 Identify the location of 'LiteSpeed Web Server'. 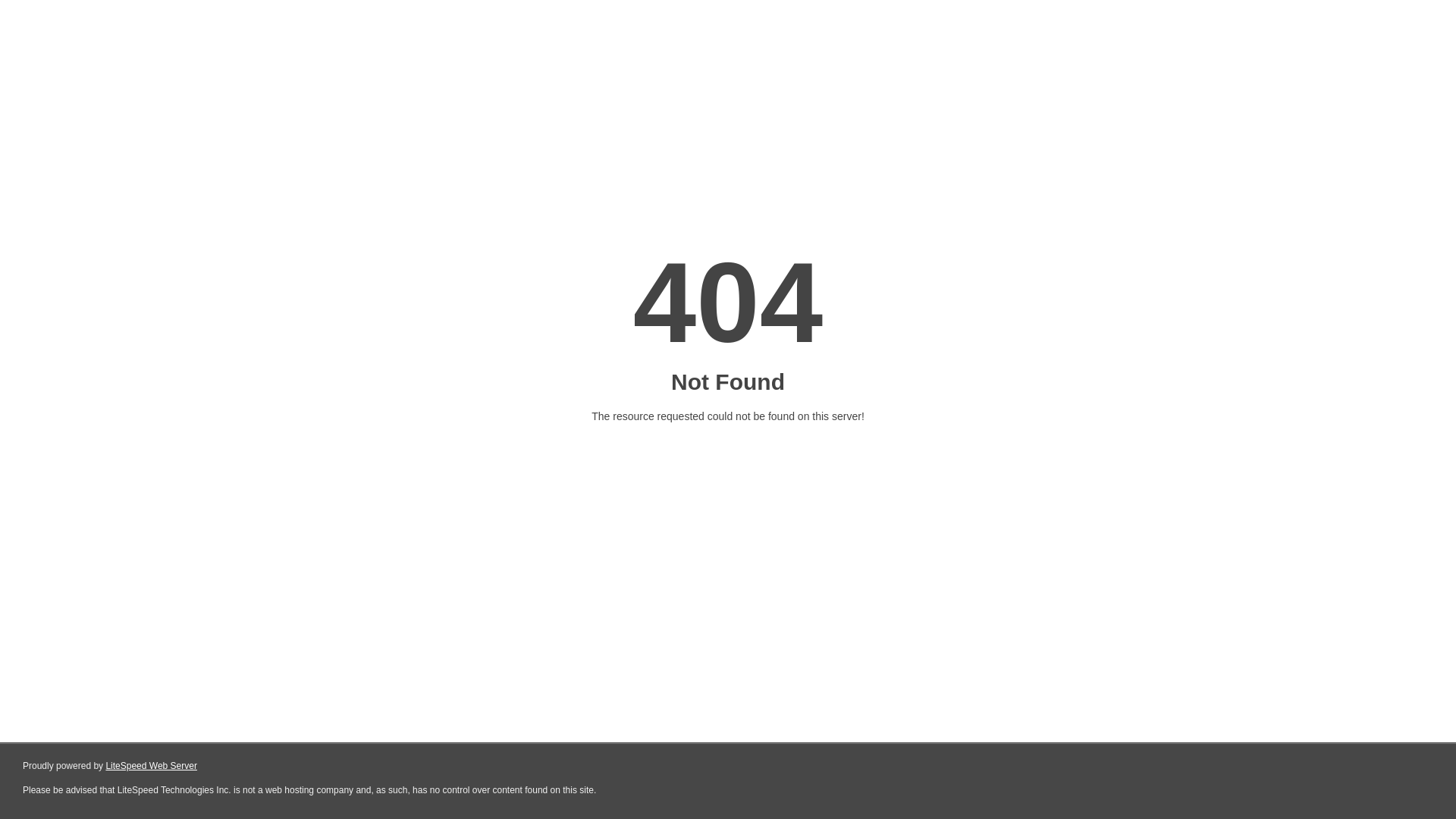
(151, 766).